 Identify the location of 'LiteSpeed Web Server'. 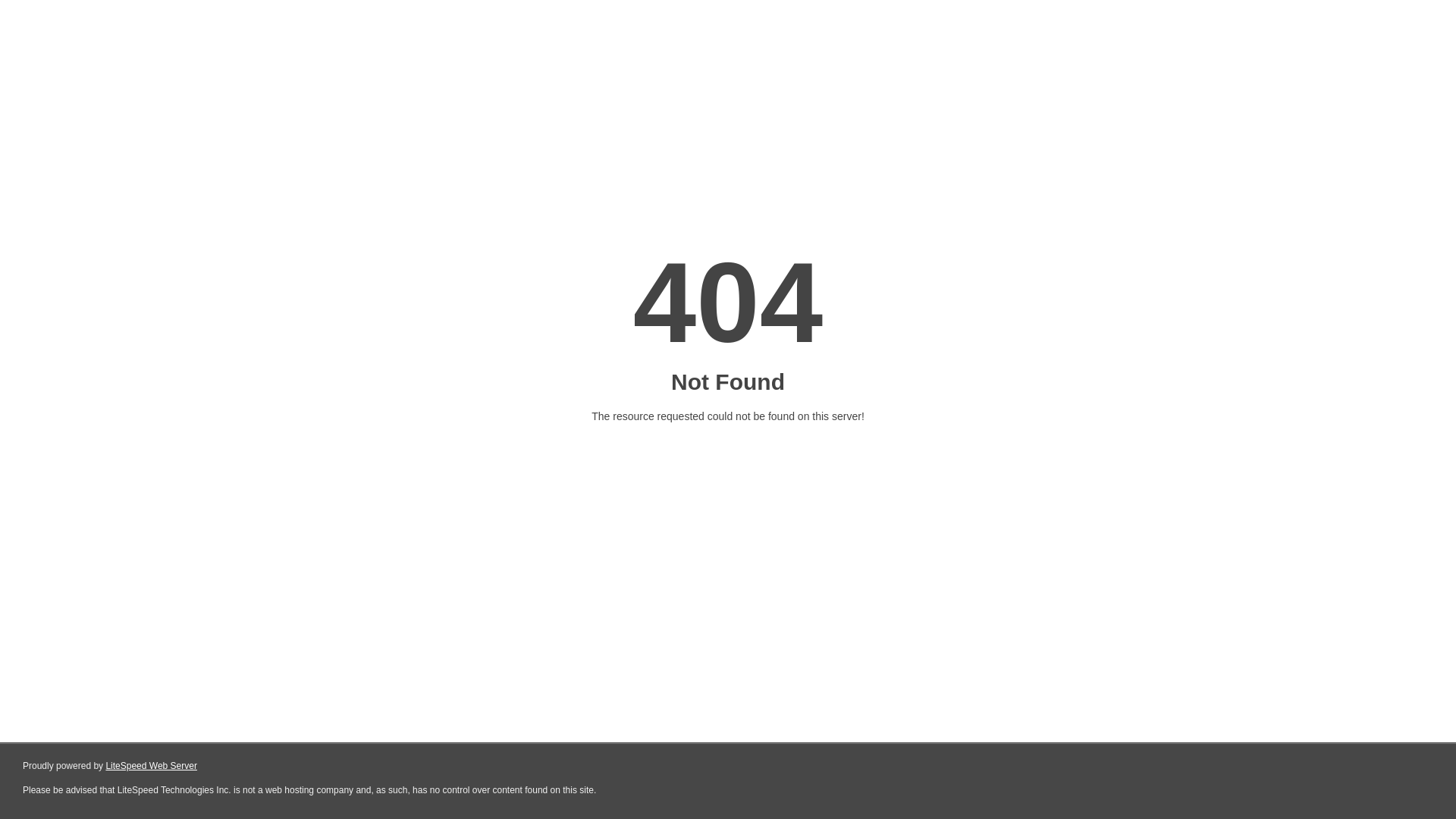
(151, 766).